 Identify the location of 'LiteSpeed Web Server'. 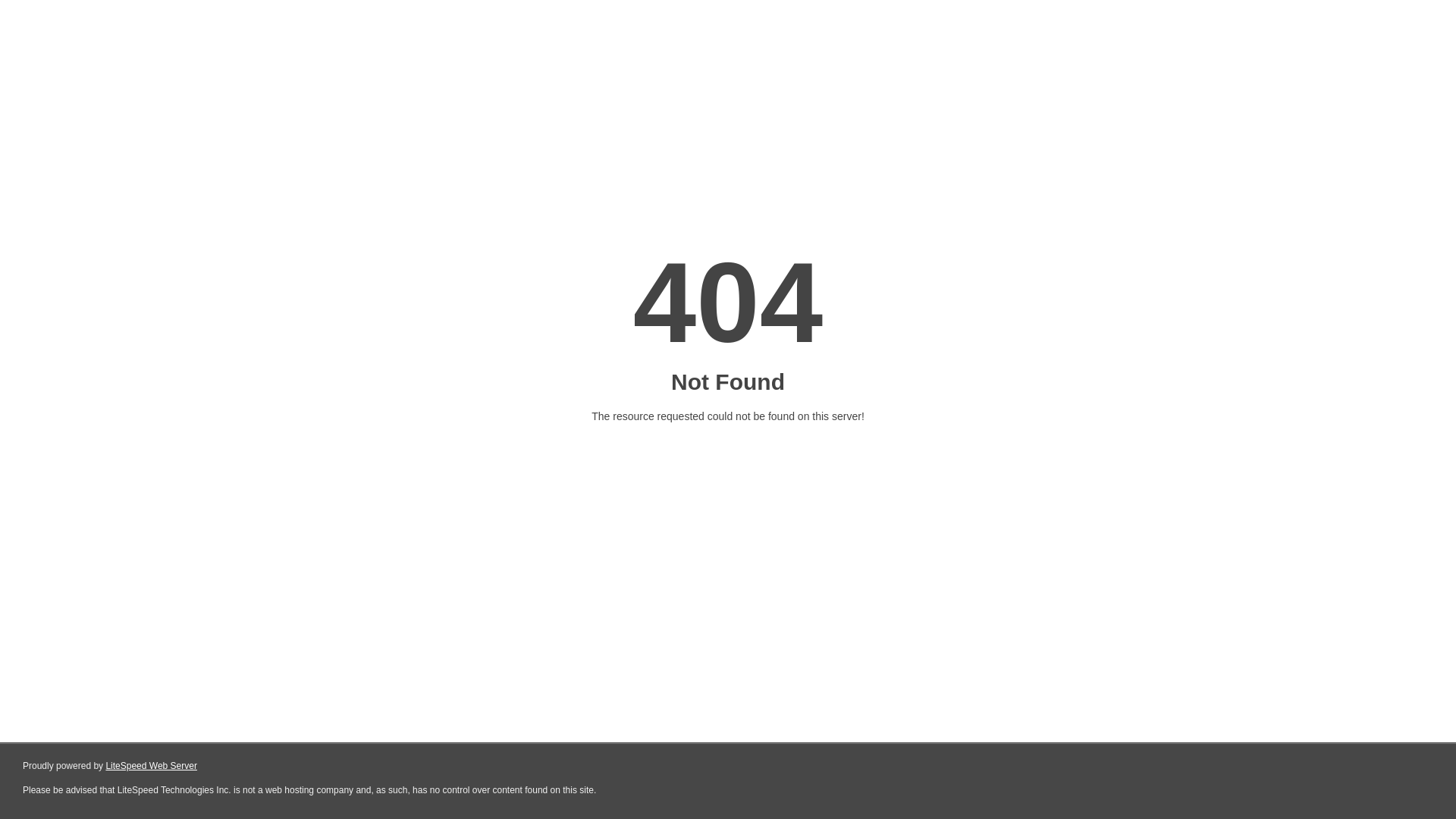
(151, 766).